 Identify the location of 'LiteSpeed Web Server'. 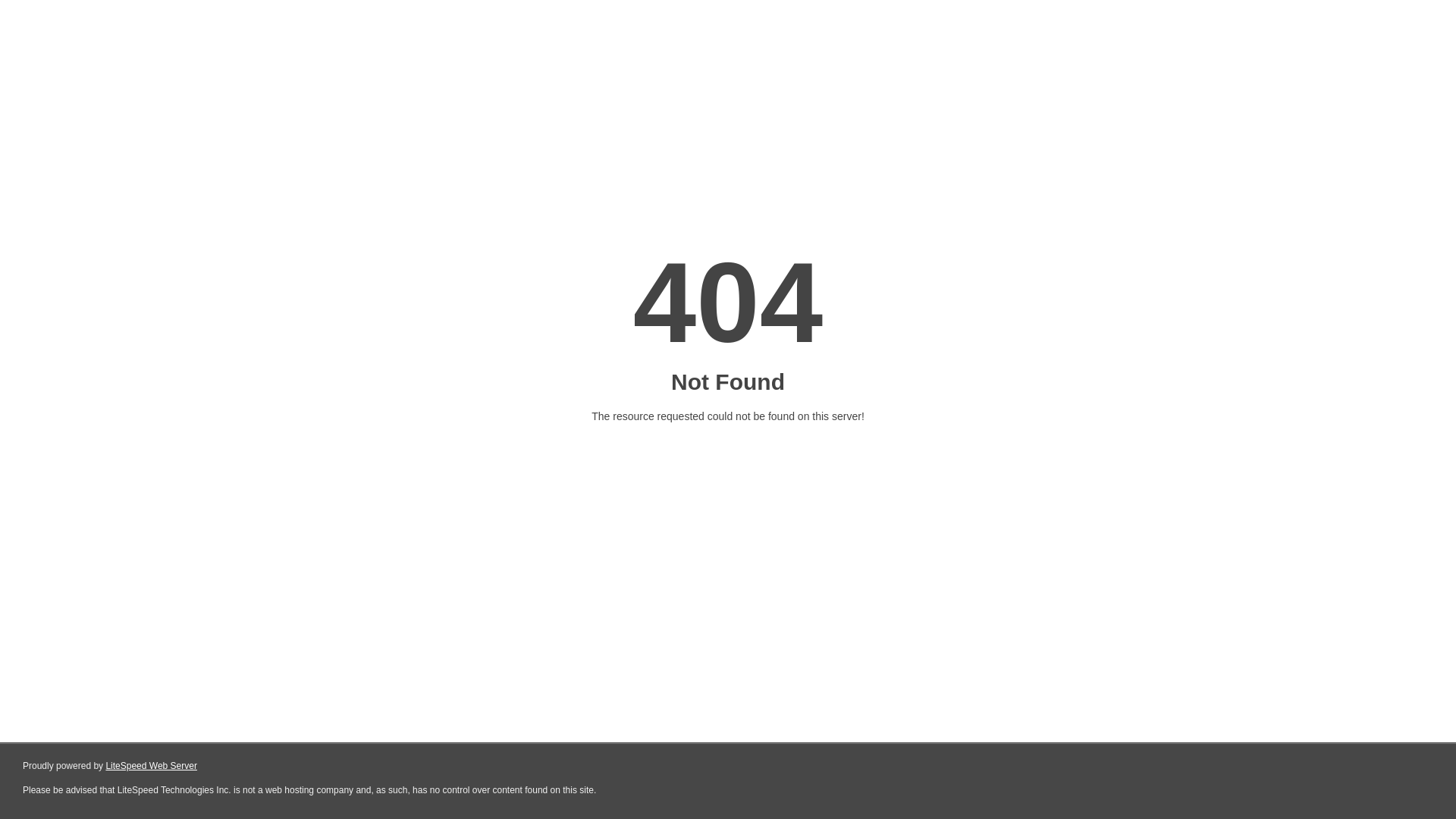
(151, 766).